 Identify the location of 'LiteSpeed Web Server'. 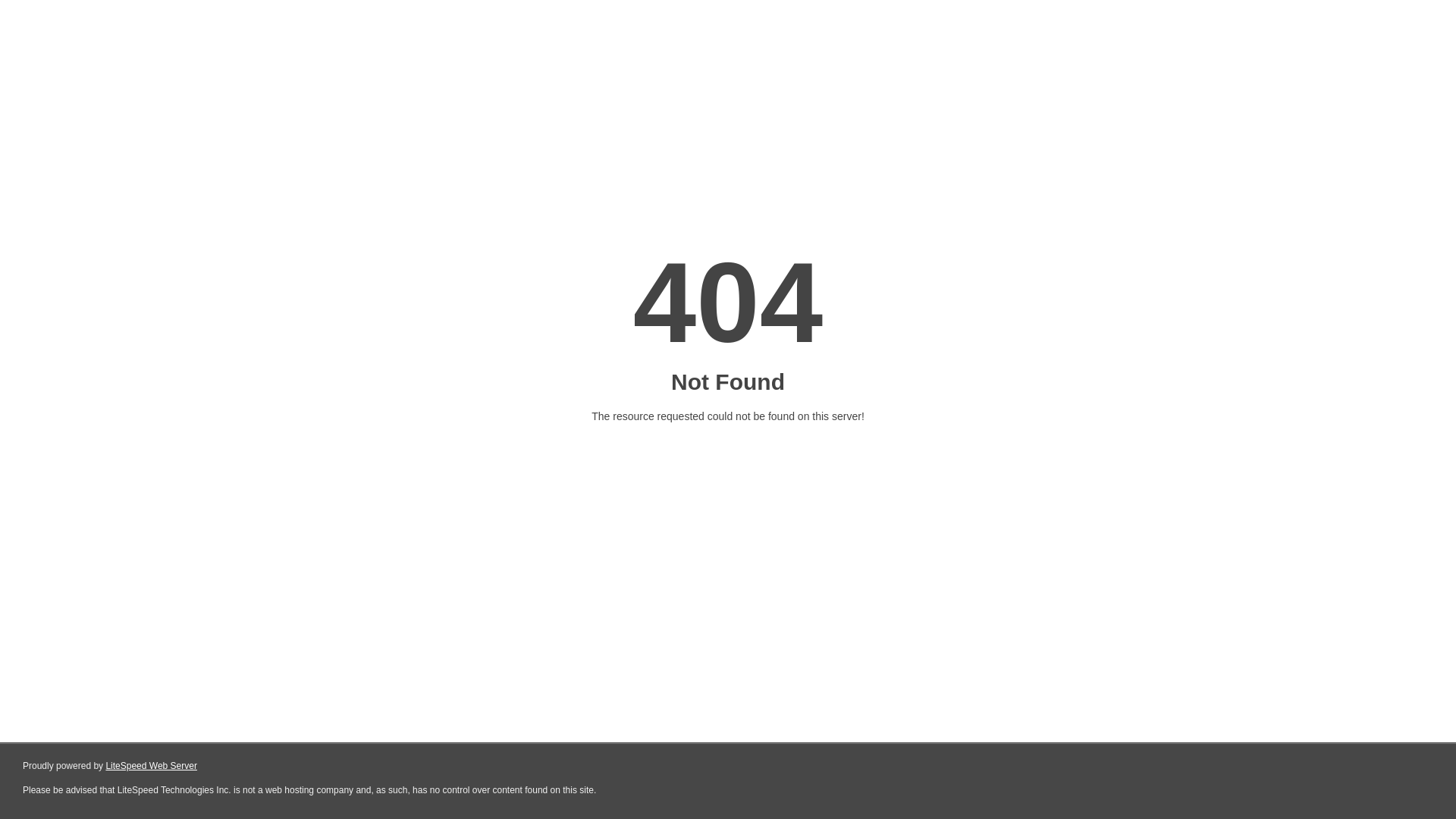
(151, 766).